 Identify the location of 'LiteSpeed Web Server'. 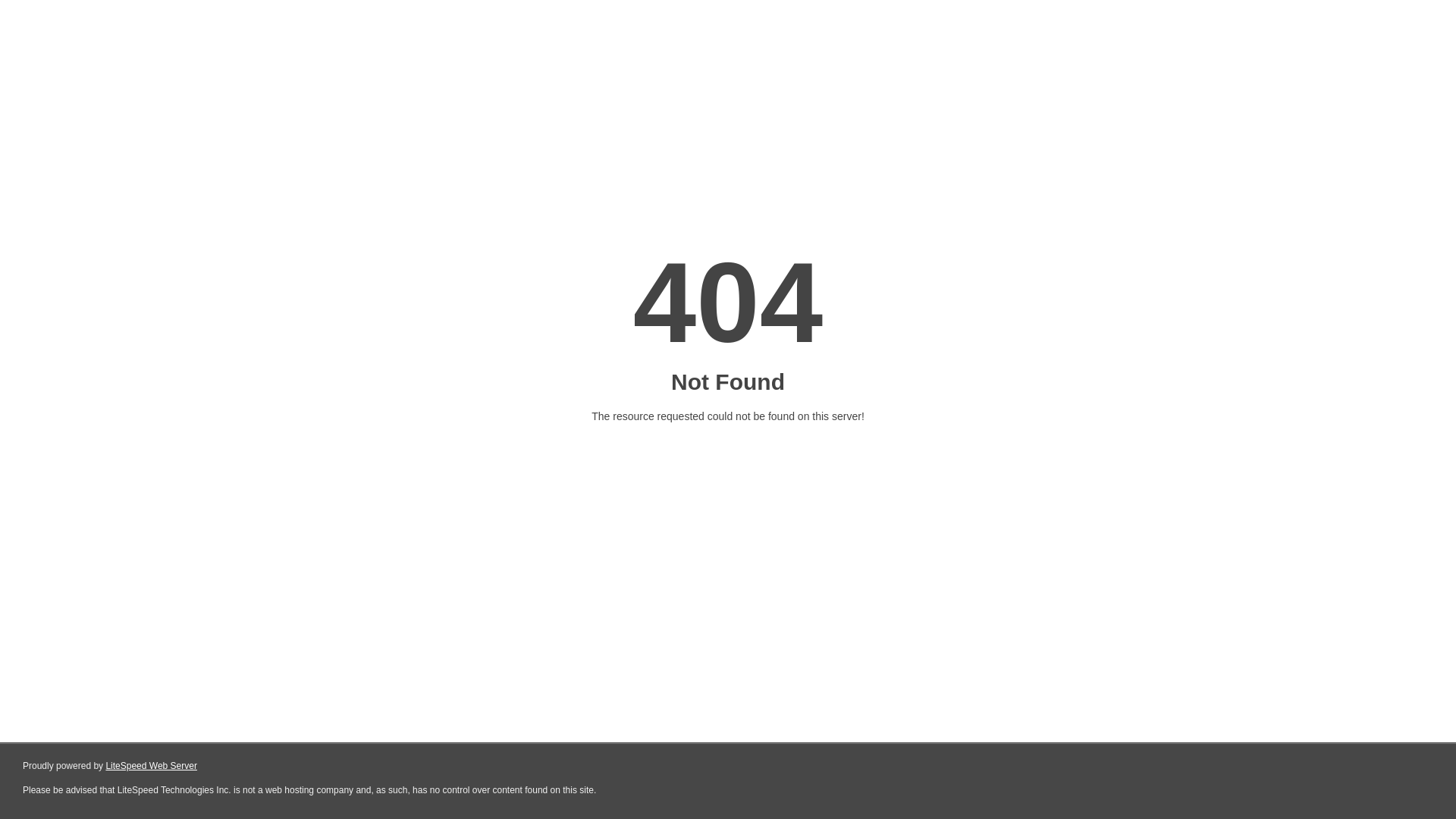
(151, 766).